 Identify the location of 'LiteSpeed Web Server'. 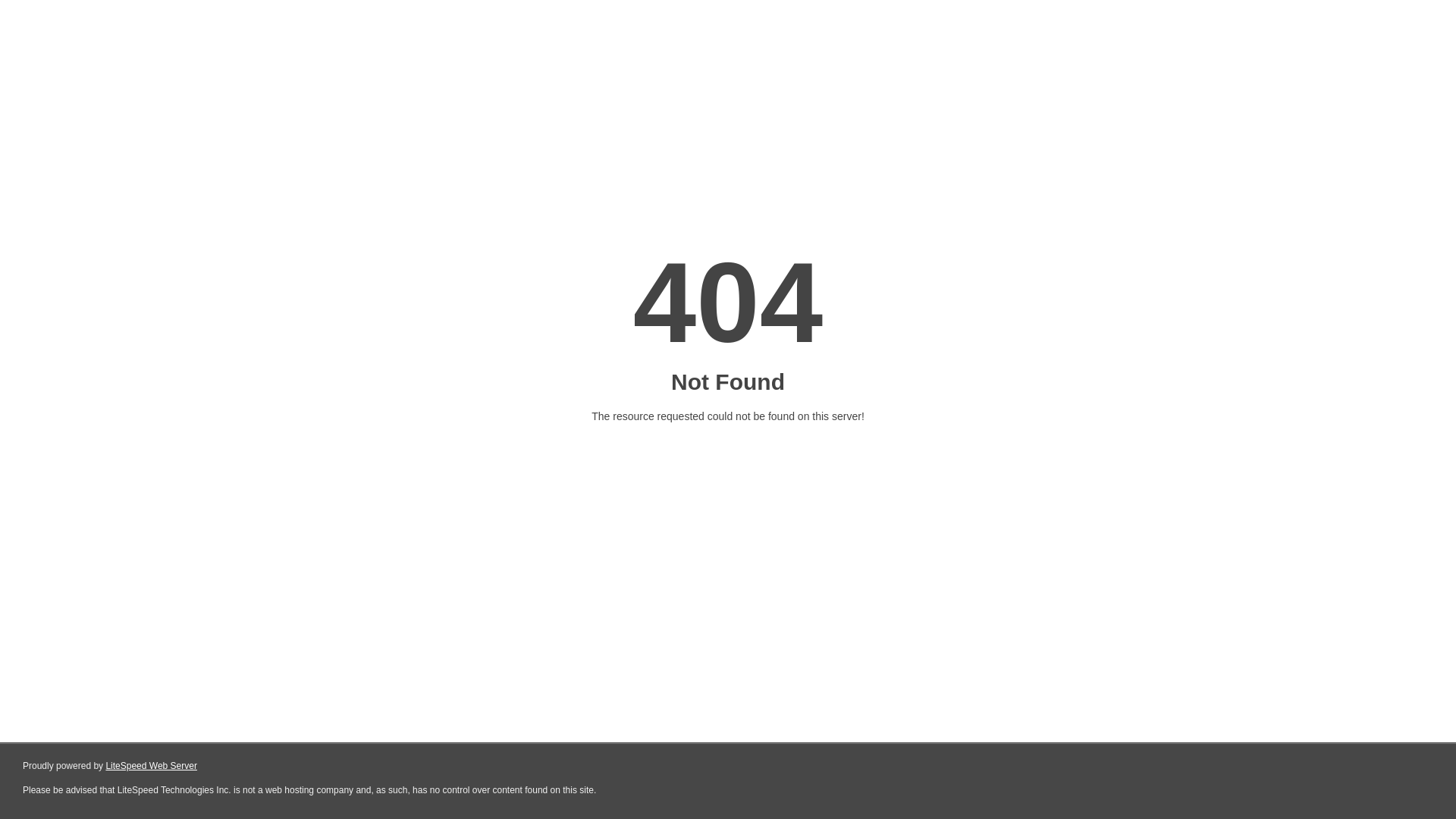
(151, 766).